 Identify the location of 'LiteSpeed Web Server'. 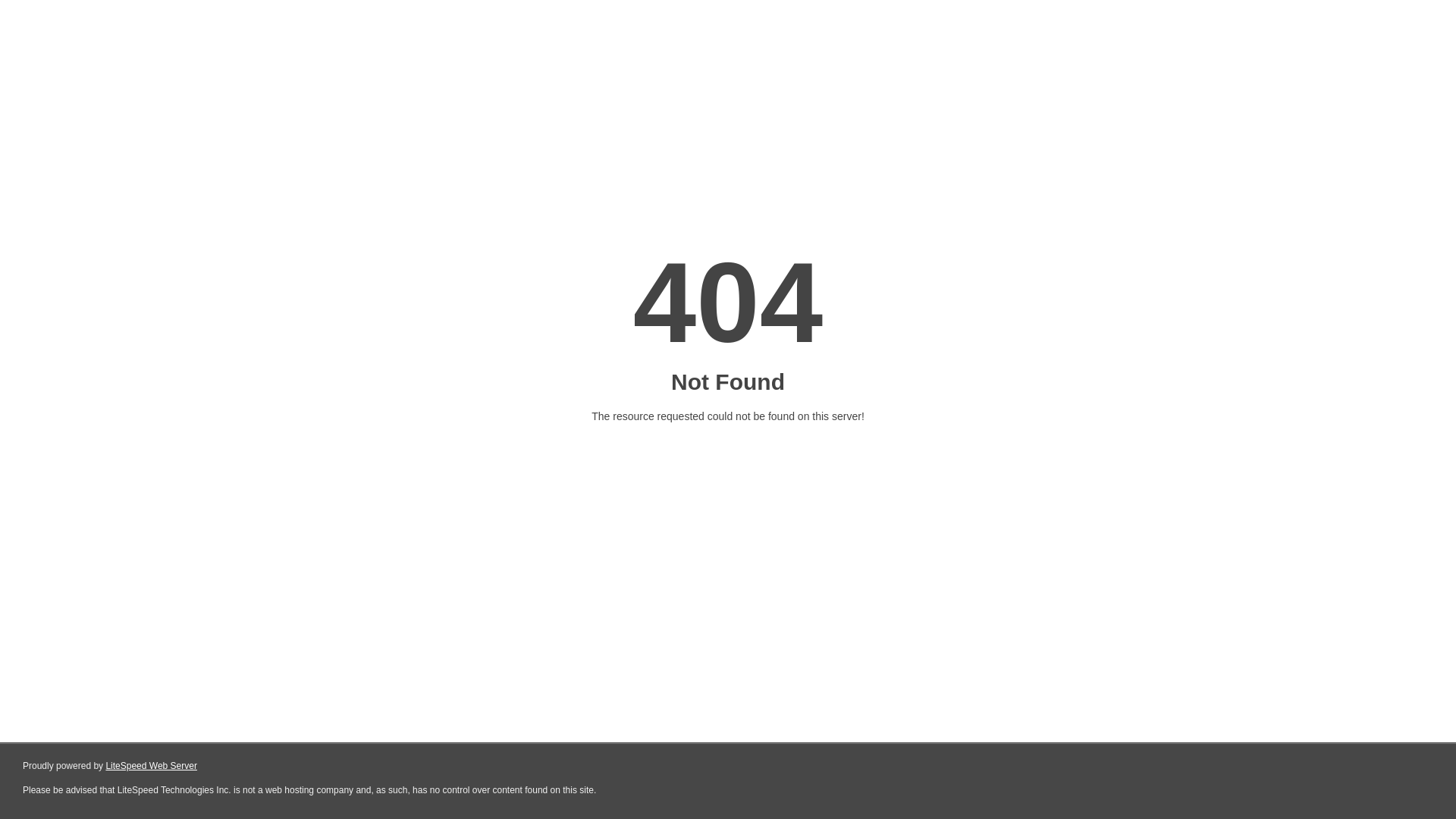
(151, 766).